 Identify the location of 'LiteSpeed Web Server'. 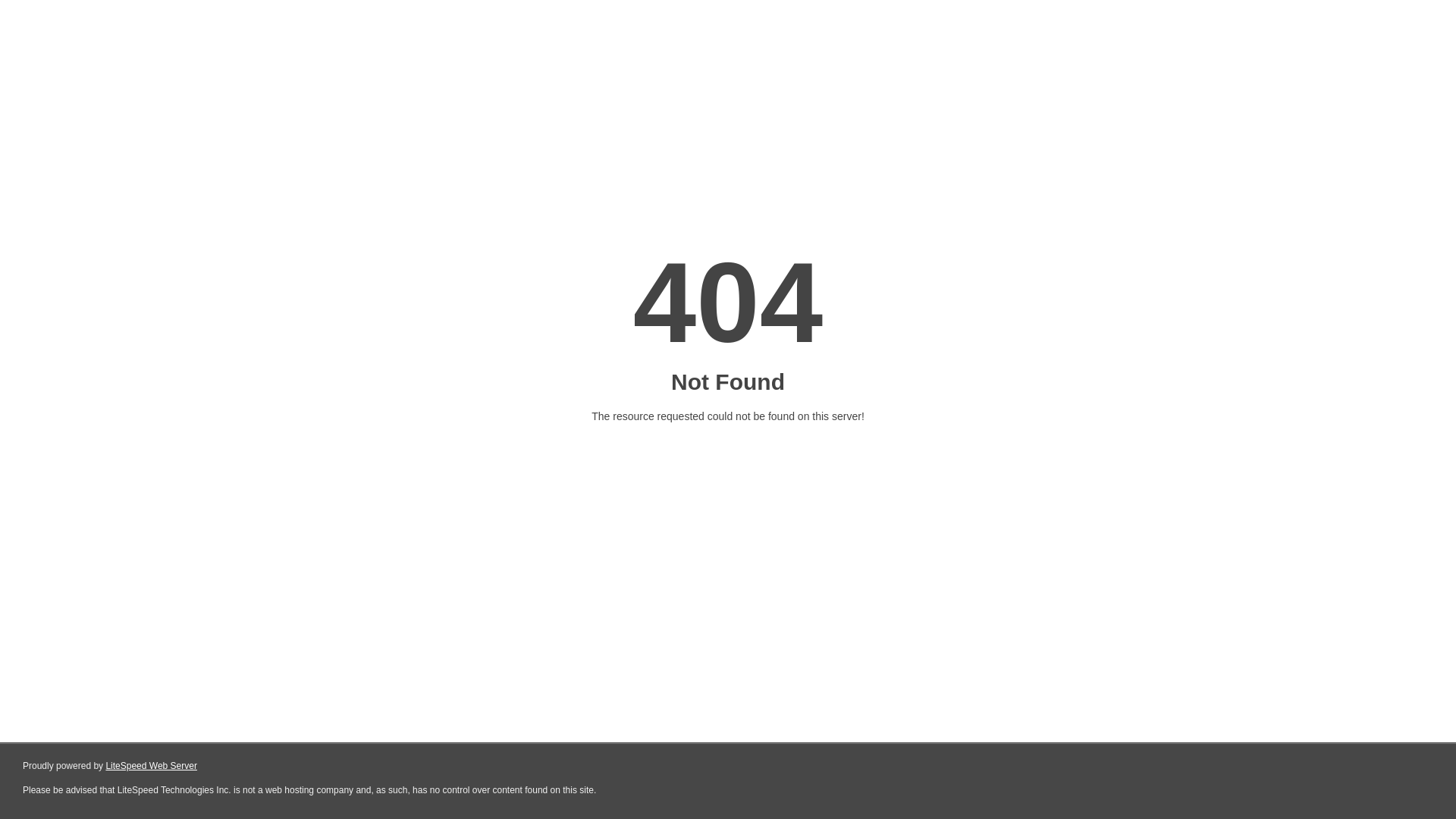
(151, 766).